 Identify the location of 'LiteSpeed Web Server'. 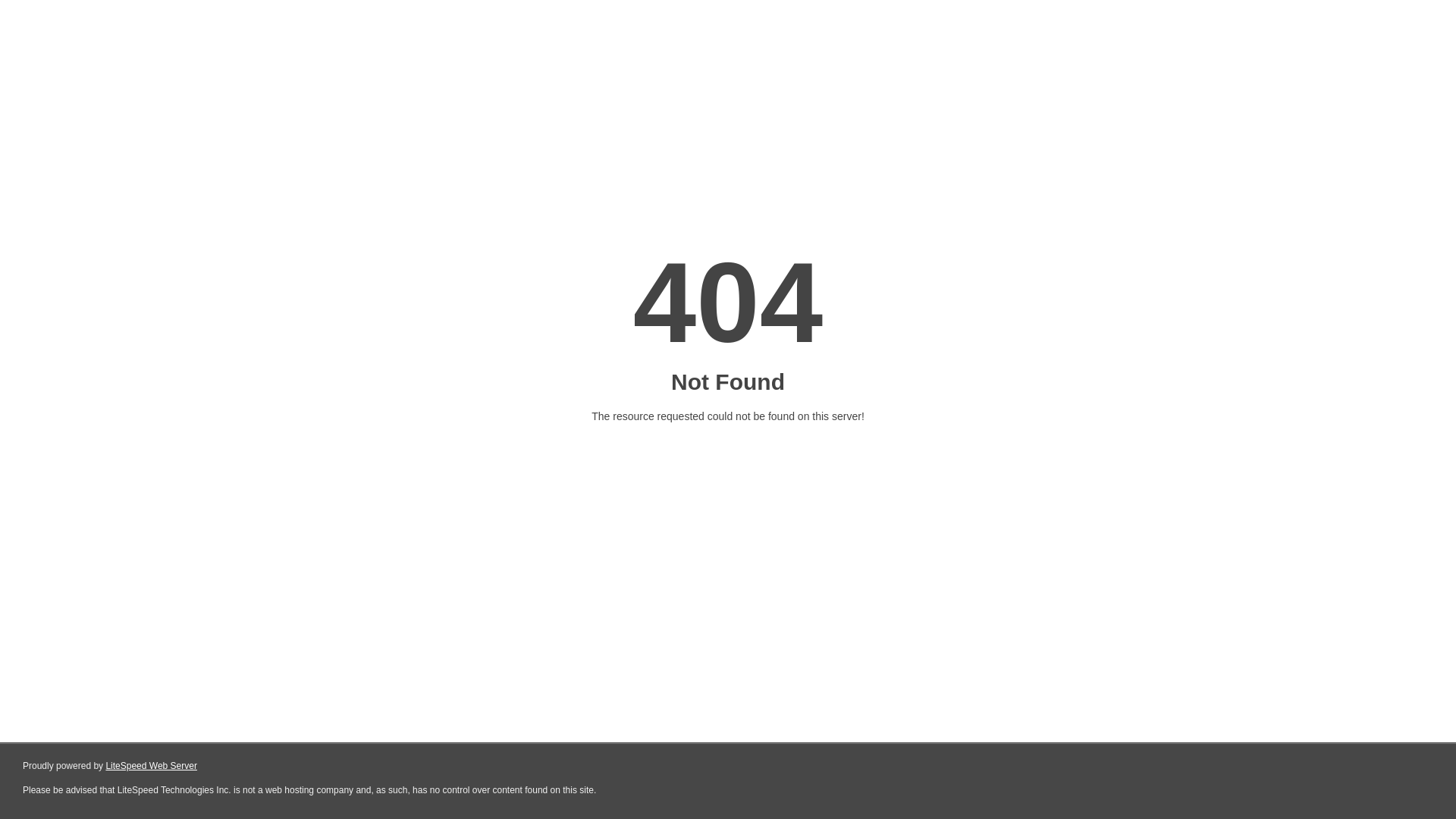
(151, 766).